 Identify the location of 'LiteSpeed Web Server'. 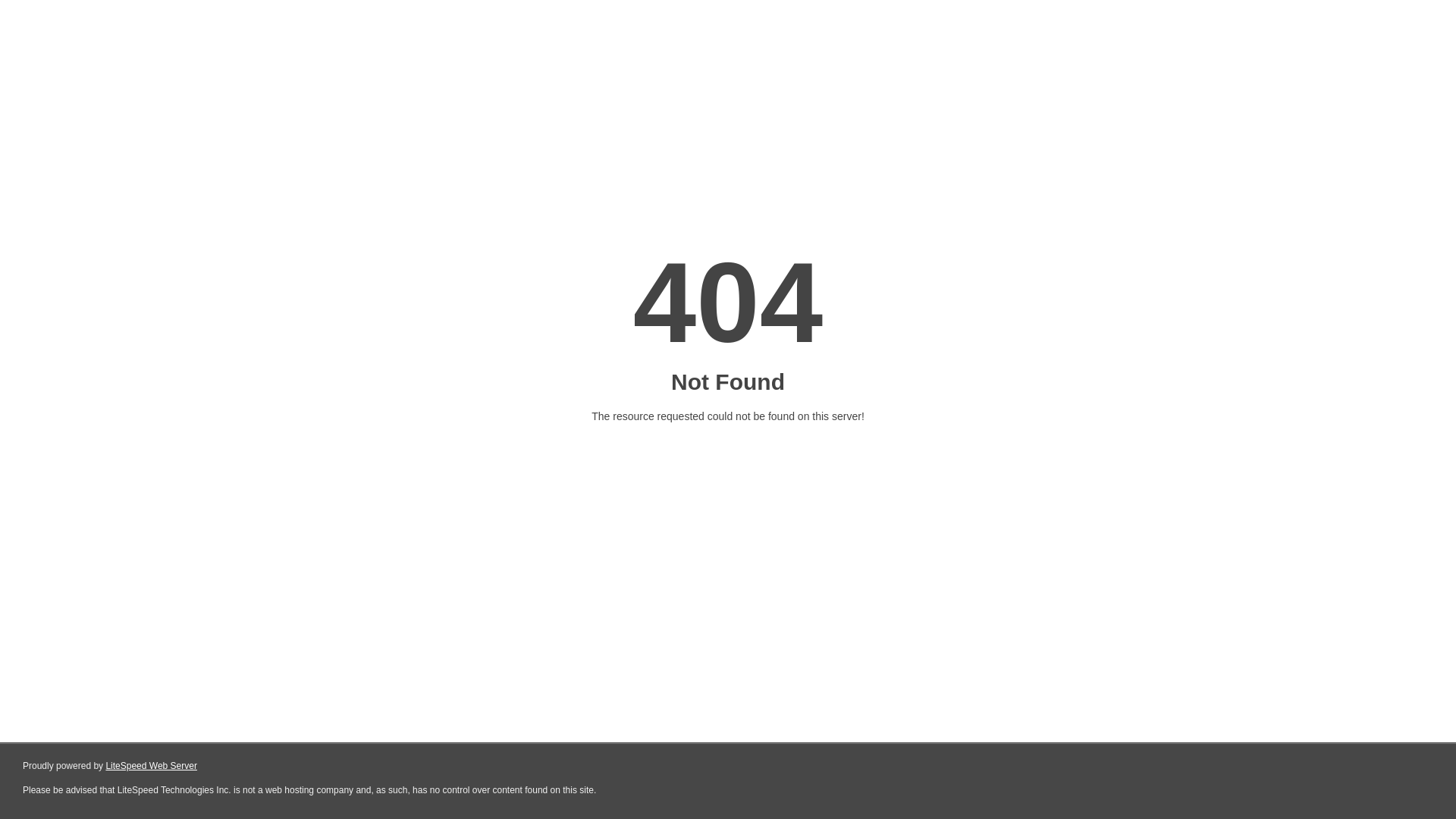
(151, 766).